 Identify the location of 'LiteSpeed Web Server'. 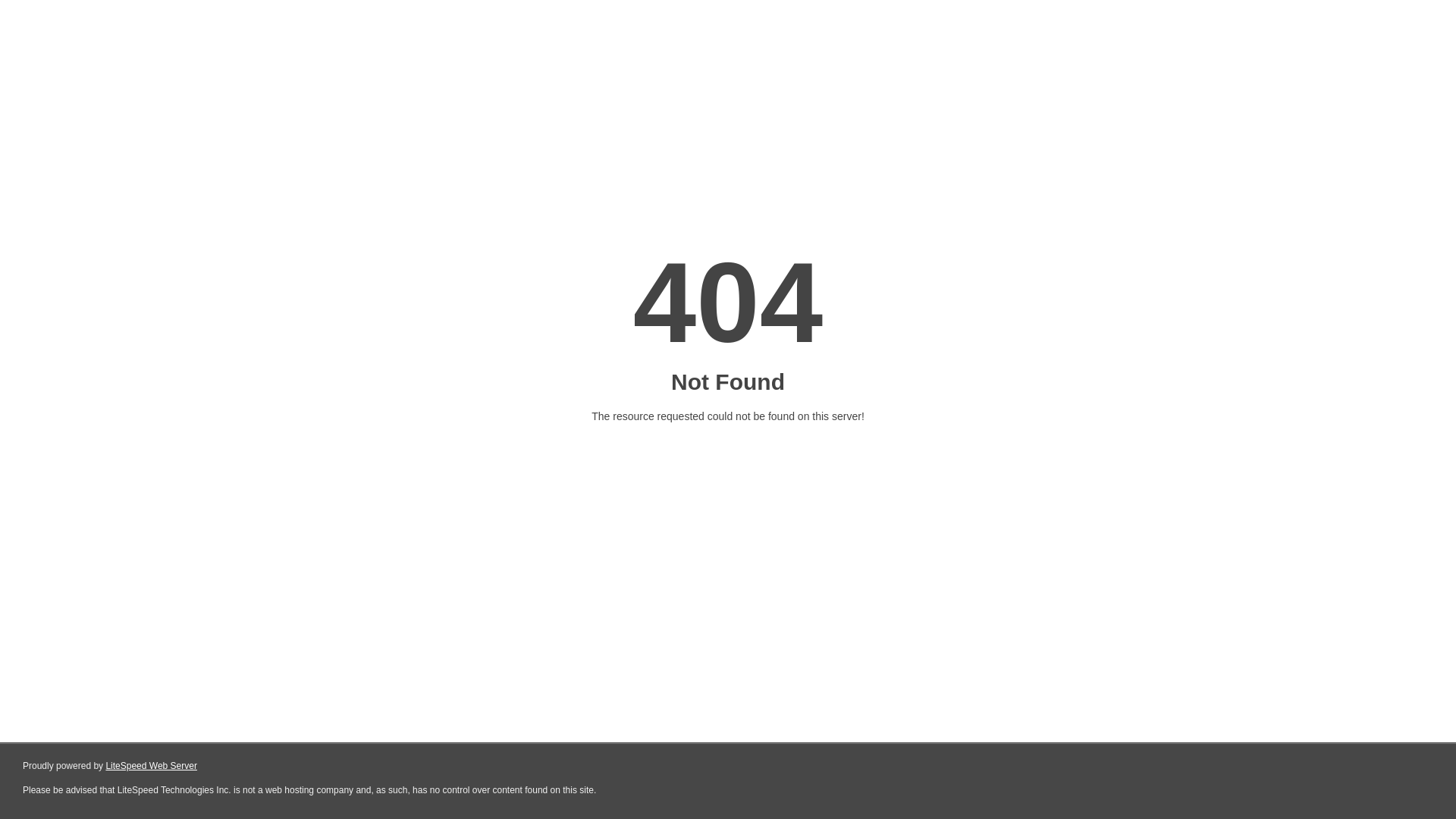
(151, 766).